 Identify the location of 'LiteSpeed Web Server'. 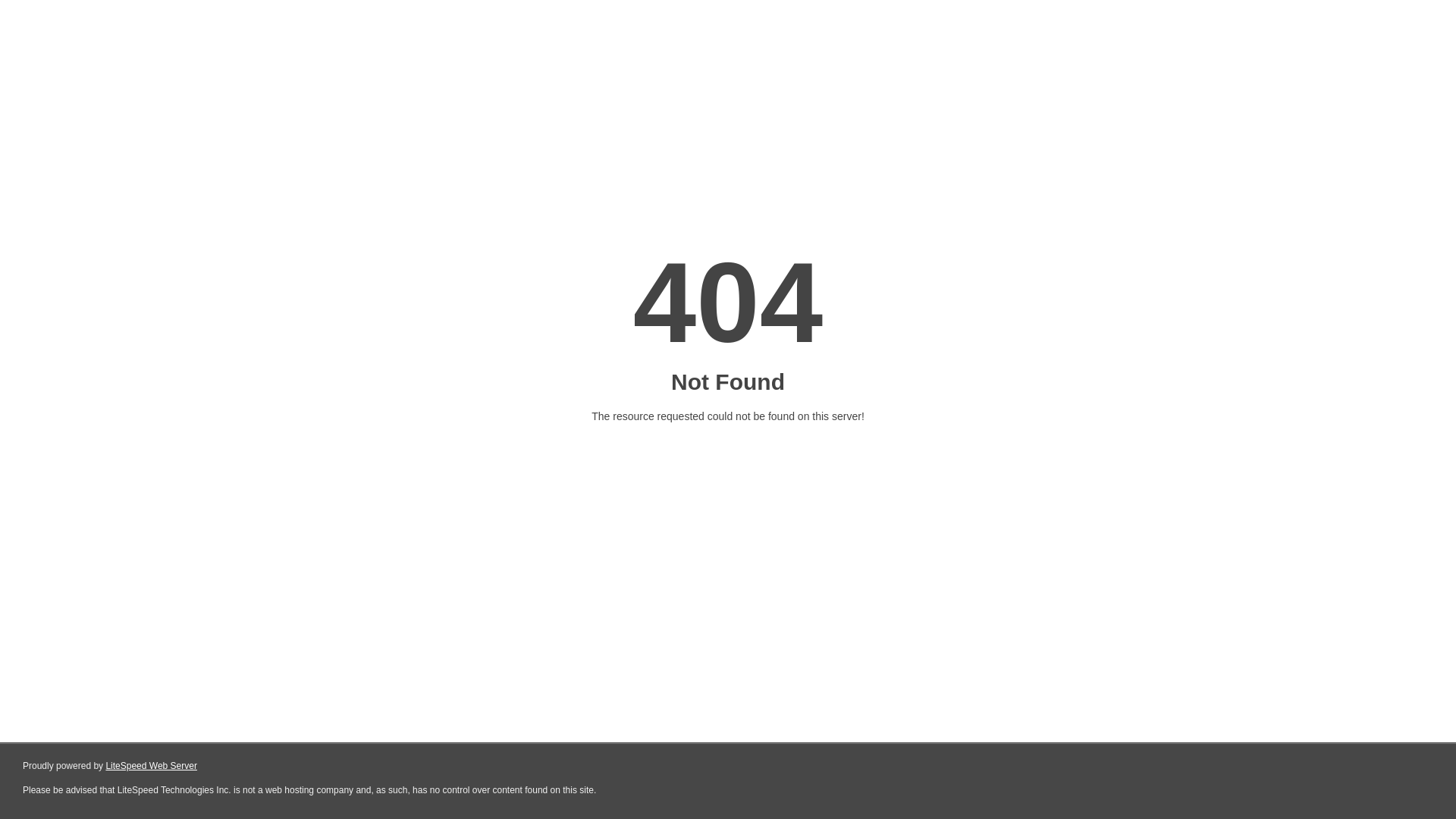
(151, 766).